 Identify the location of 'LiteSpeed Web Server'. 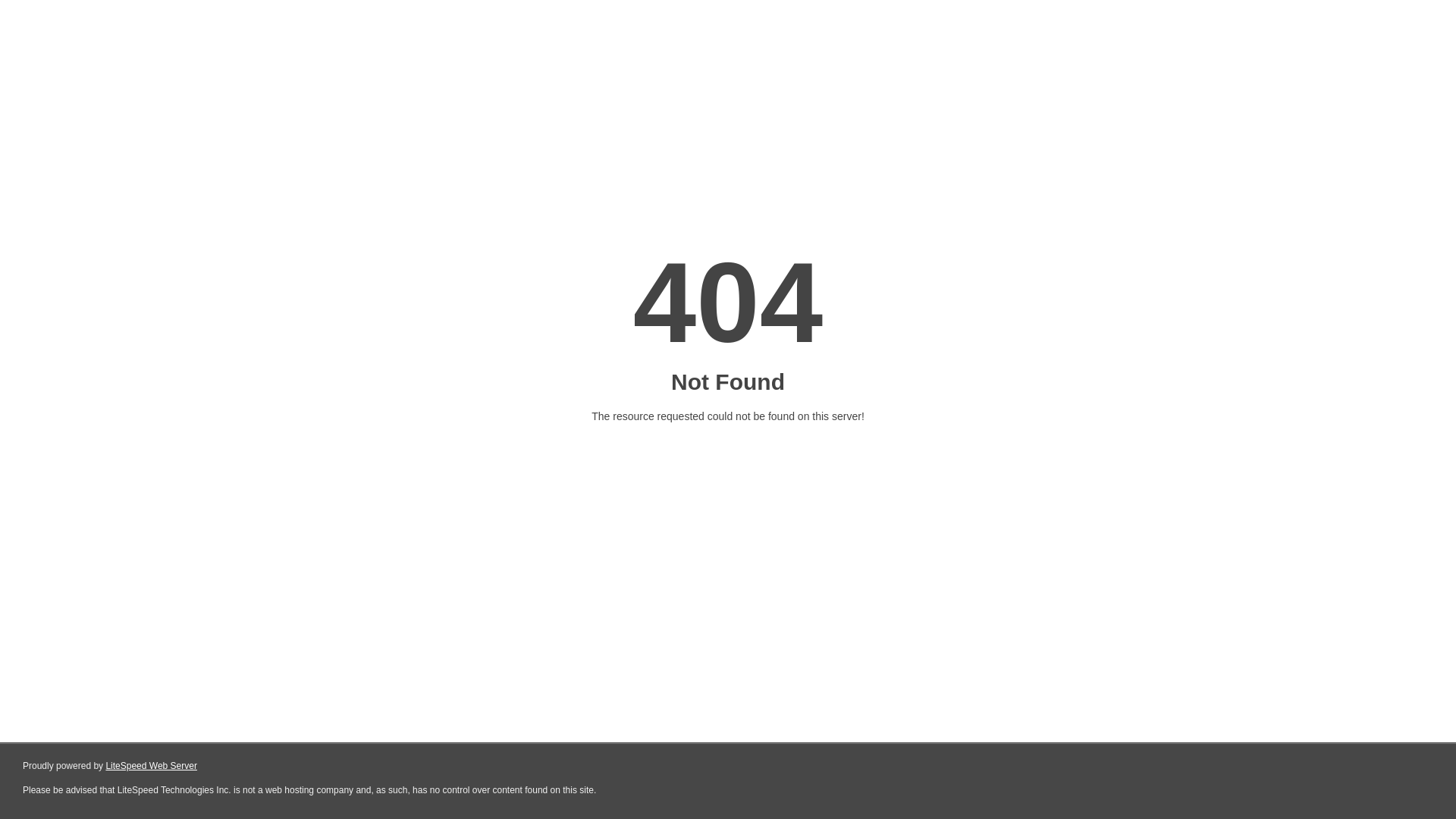
(151, 766).